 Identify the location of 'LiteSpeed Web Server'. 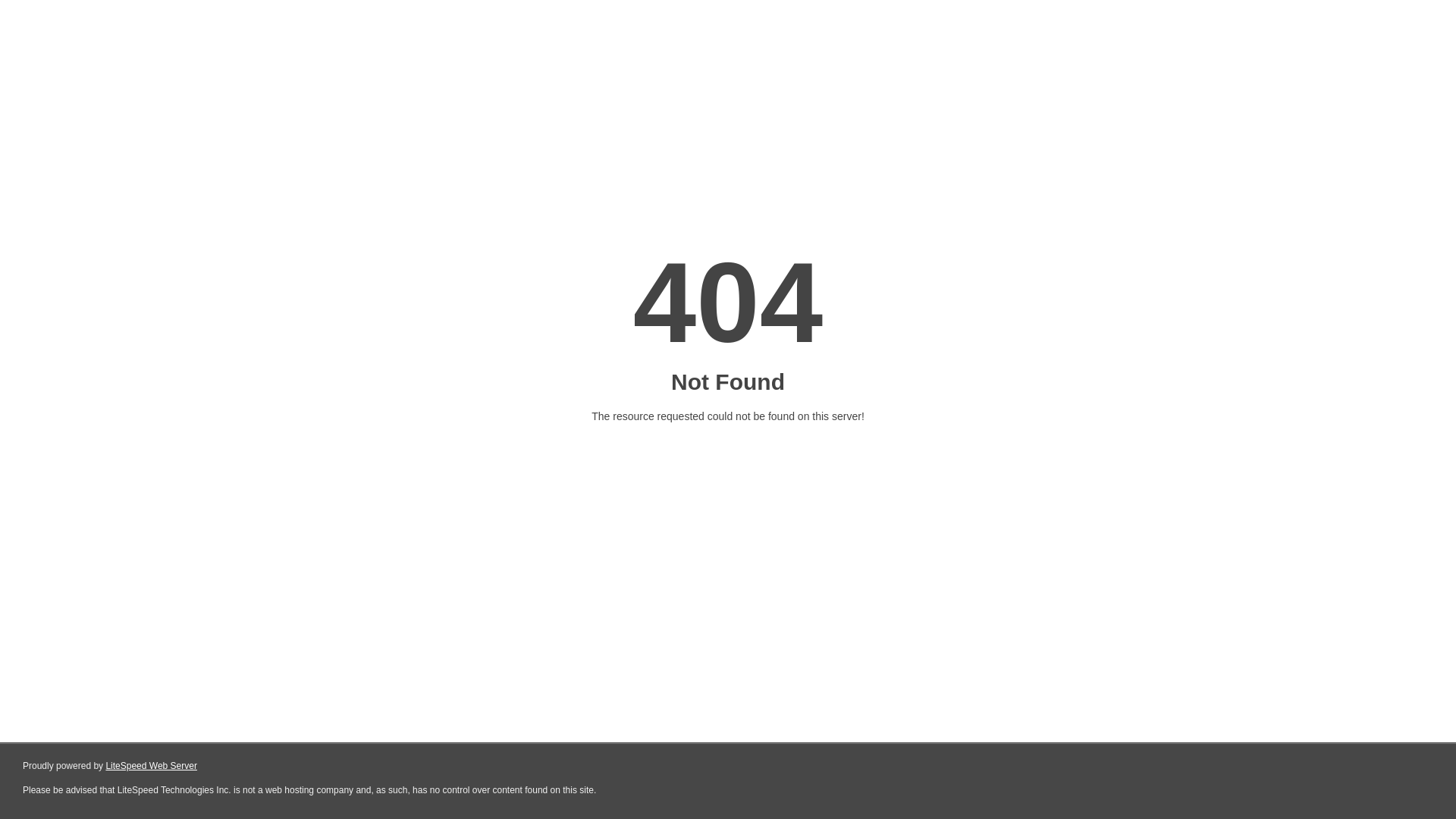
(151, 766).